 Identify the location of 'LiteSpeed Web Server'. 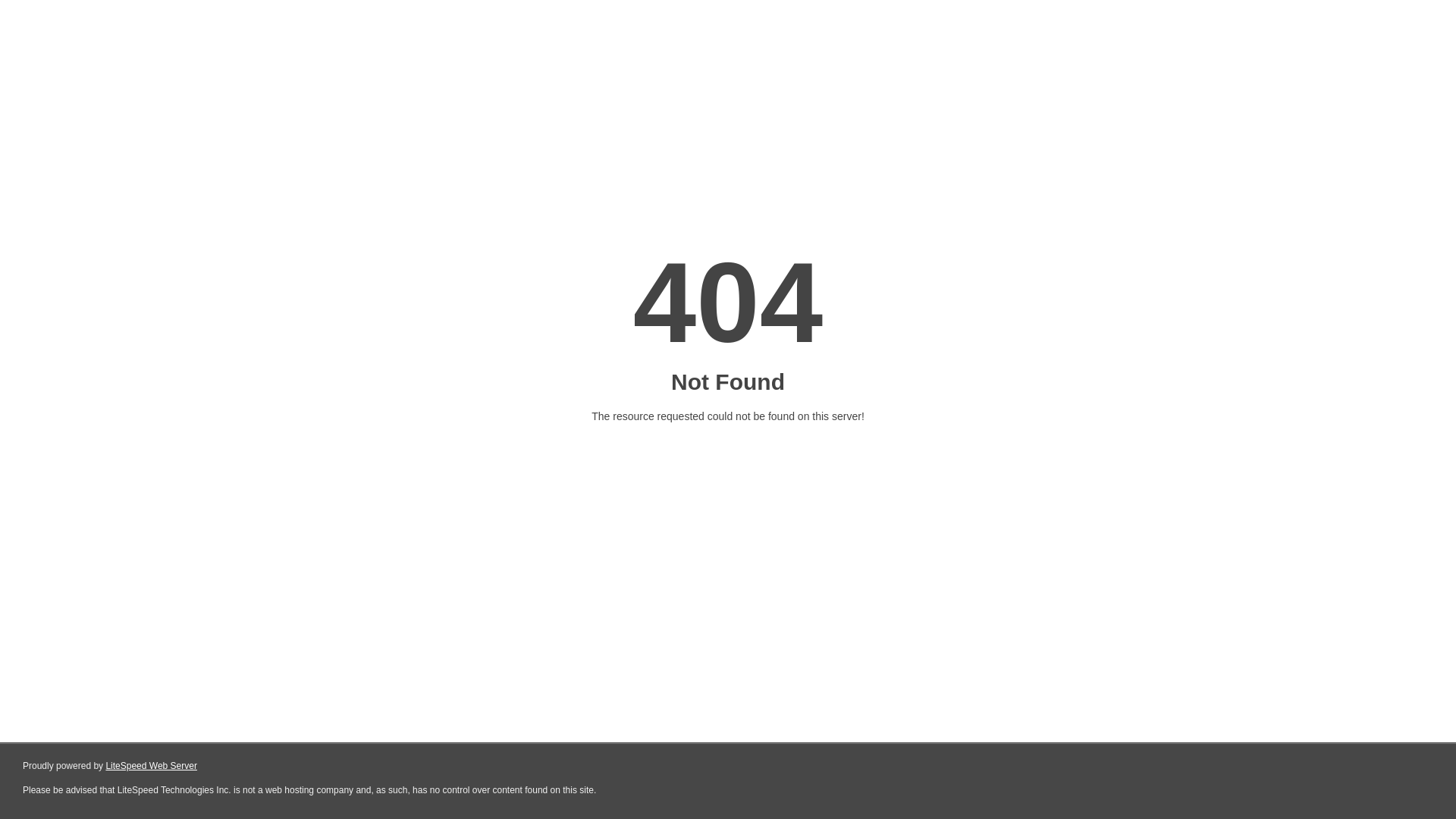
(151, 766).